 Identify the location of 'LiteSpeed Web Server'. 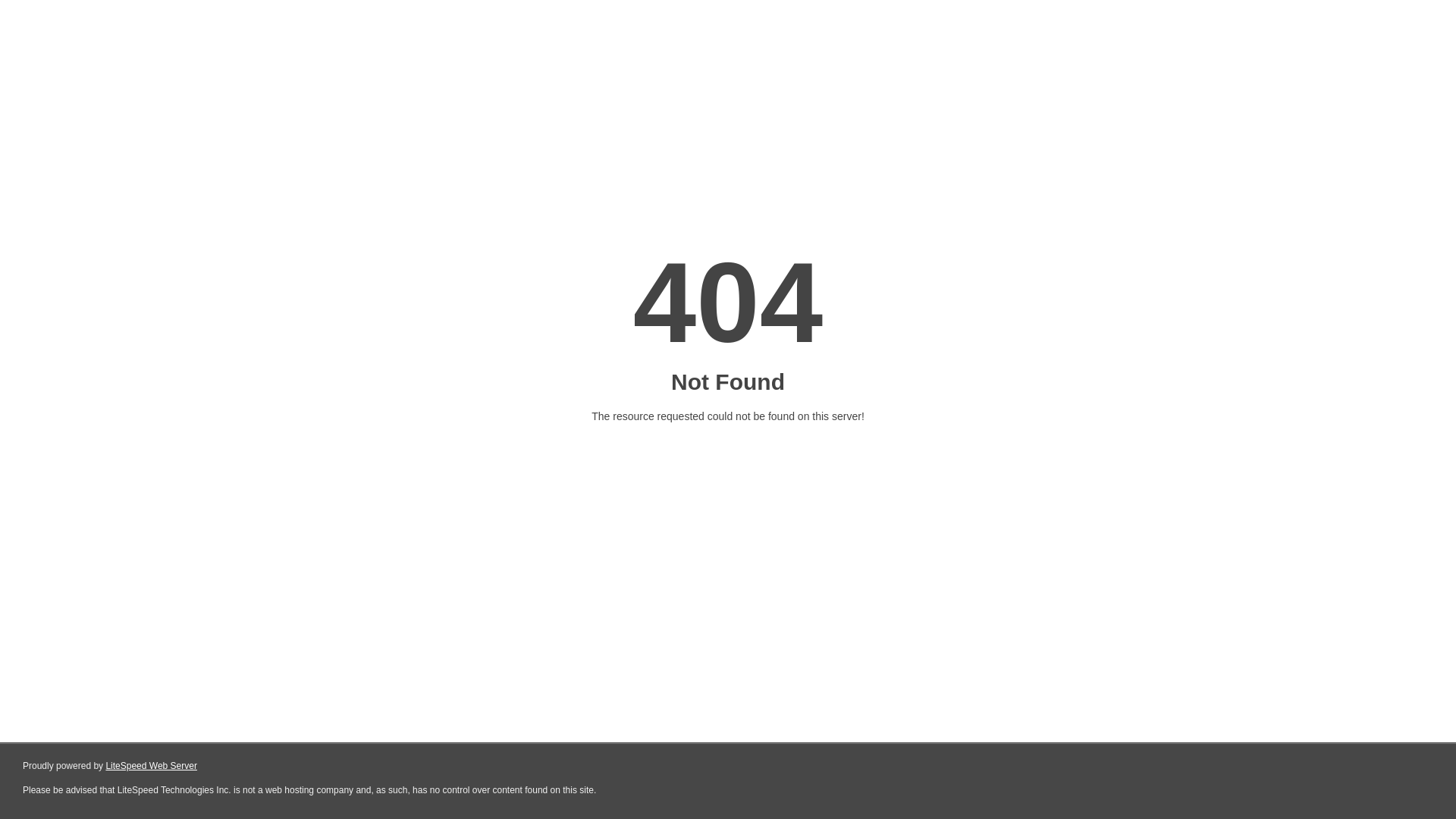
(151, 766).